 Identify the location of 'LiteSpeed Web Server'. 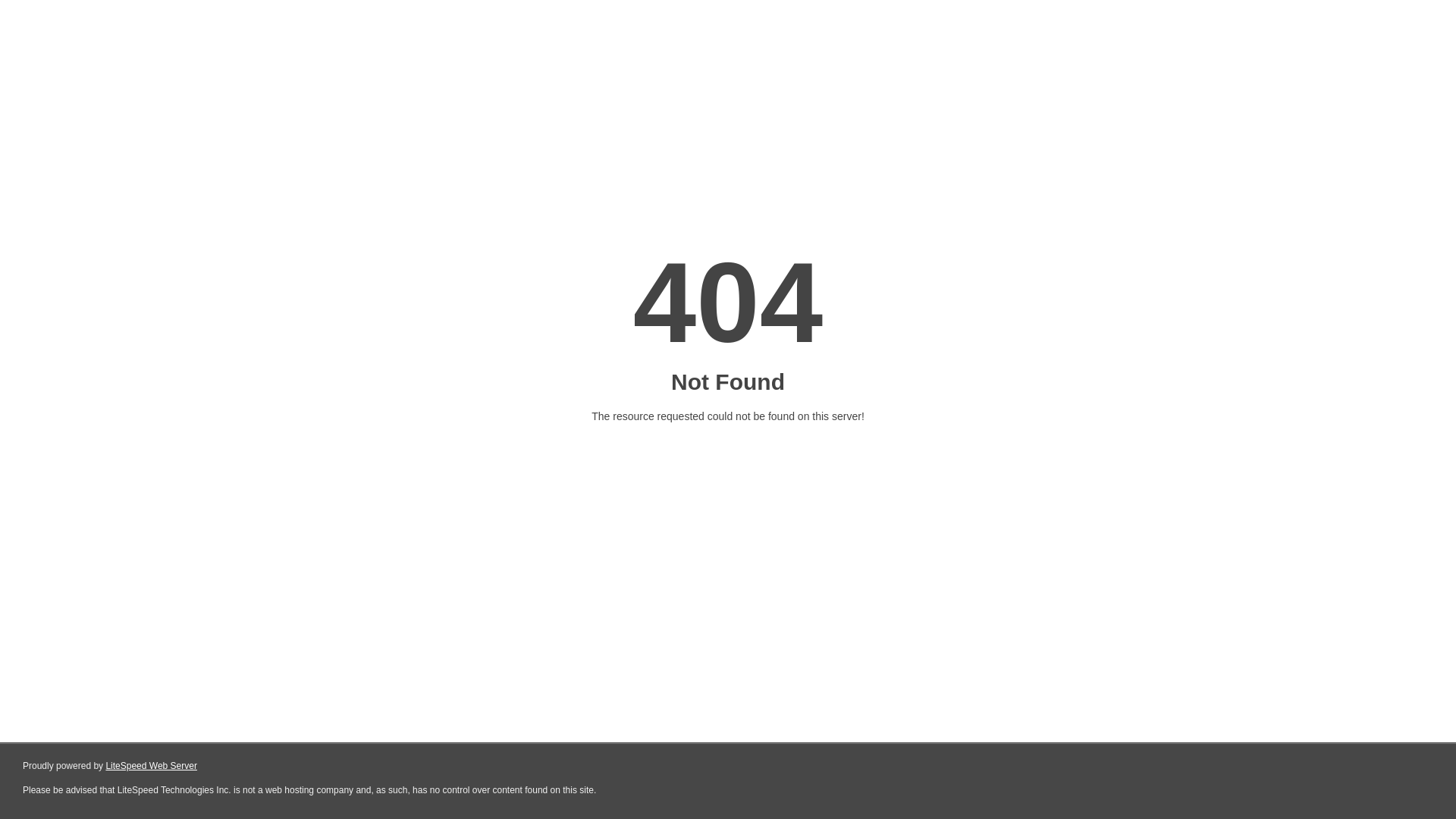
(151, 766).